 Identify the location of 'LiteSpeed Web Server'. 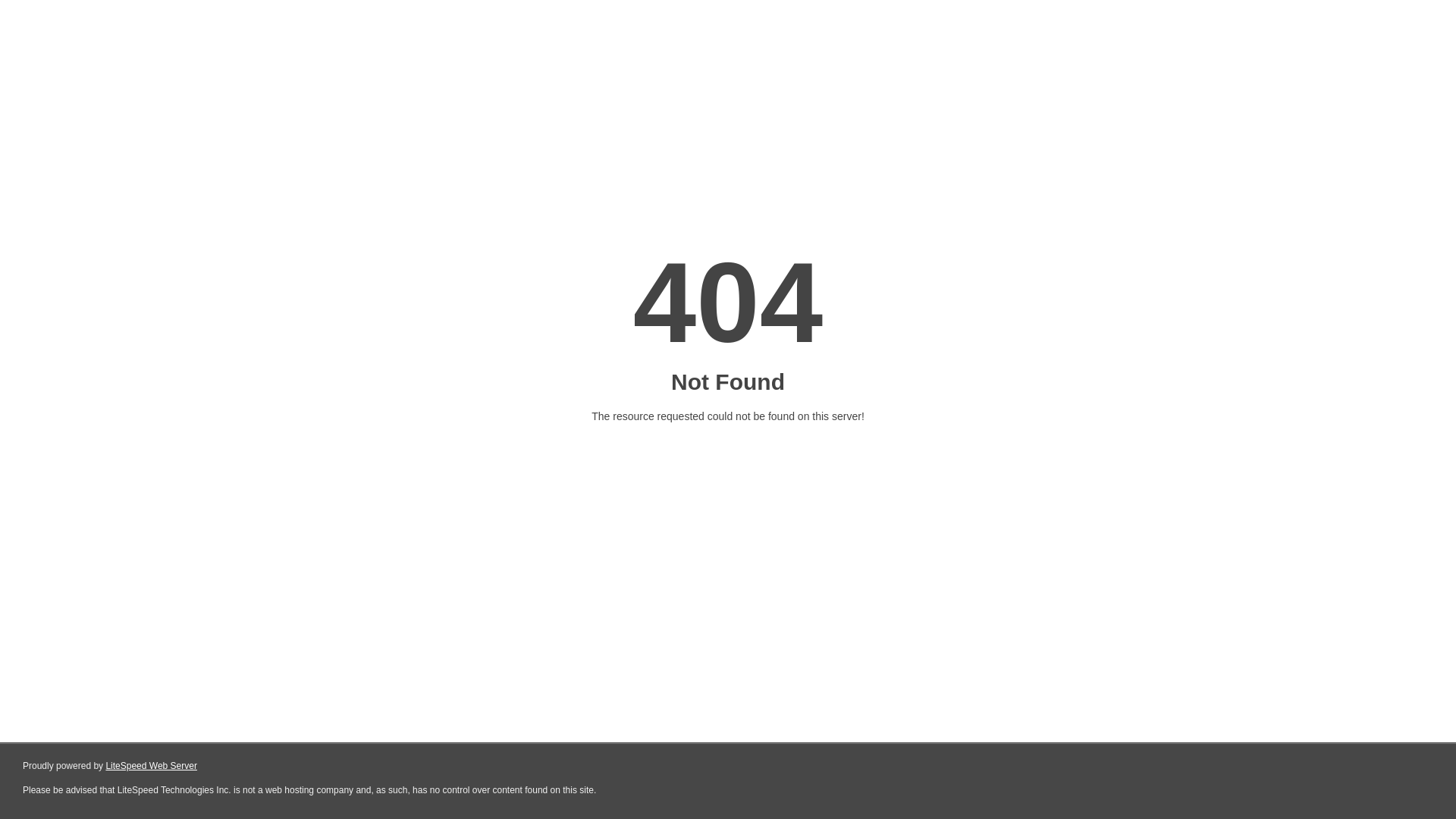
(151, 766).